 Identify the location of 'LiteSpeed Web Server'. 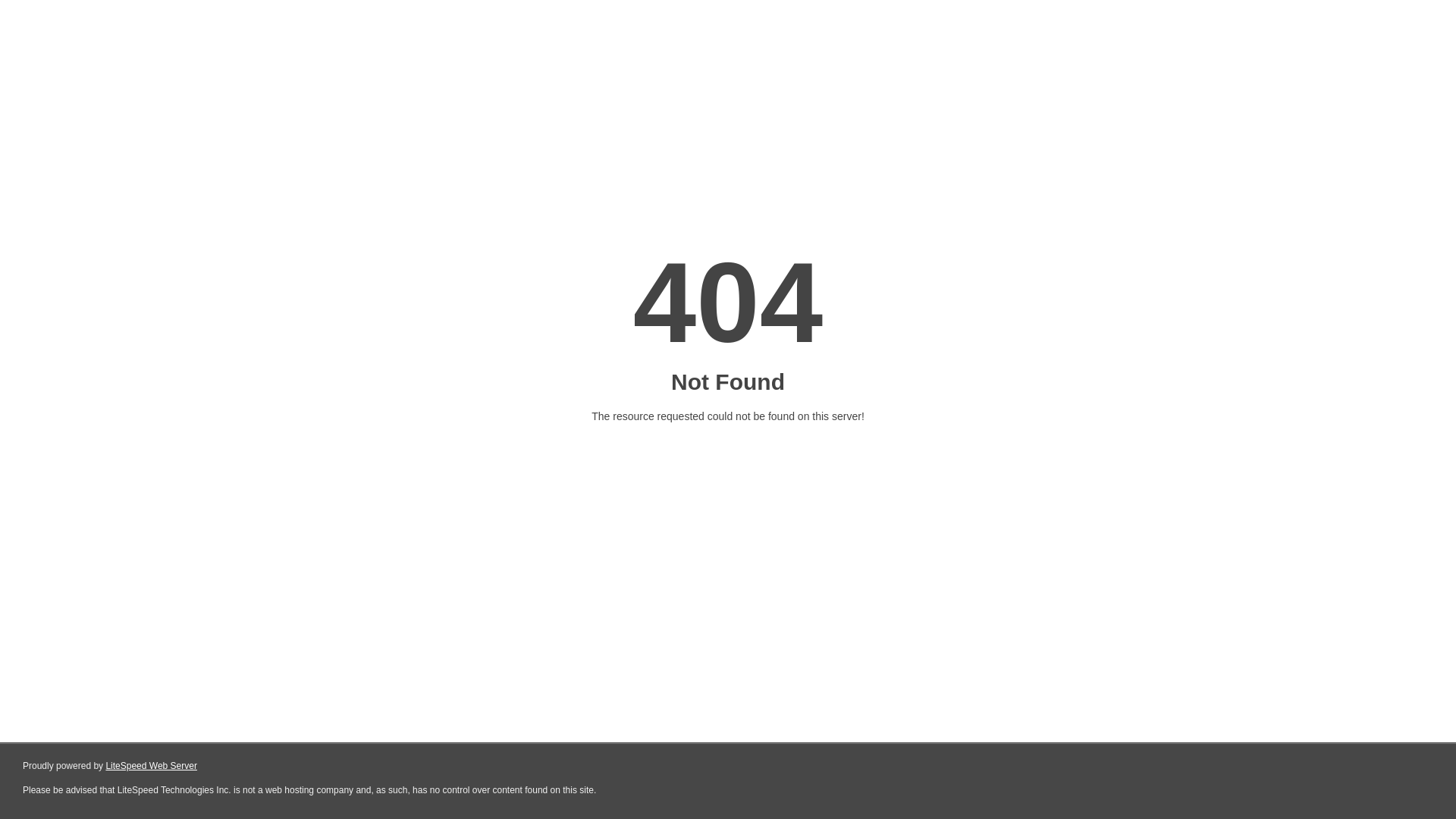
(151, 766).